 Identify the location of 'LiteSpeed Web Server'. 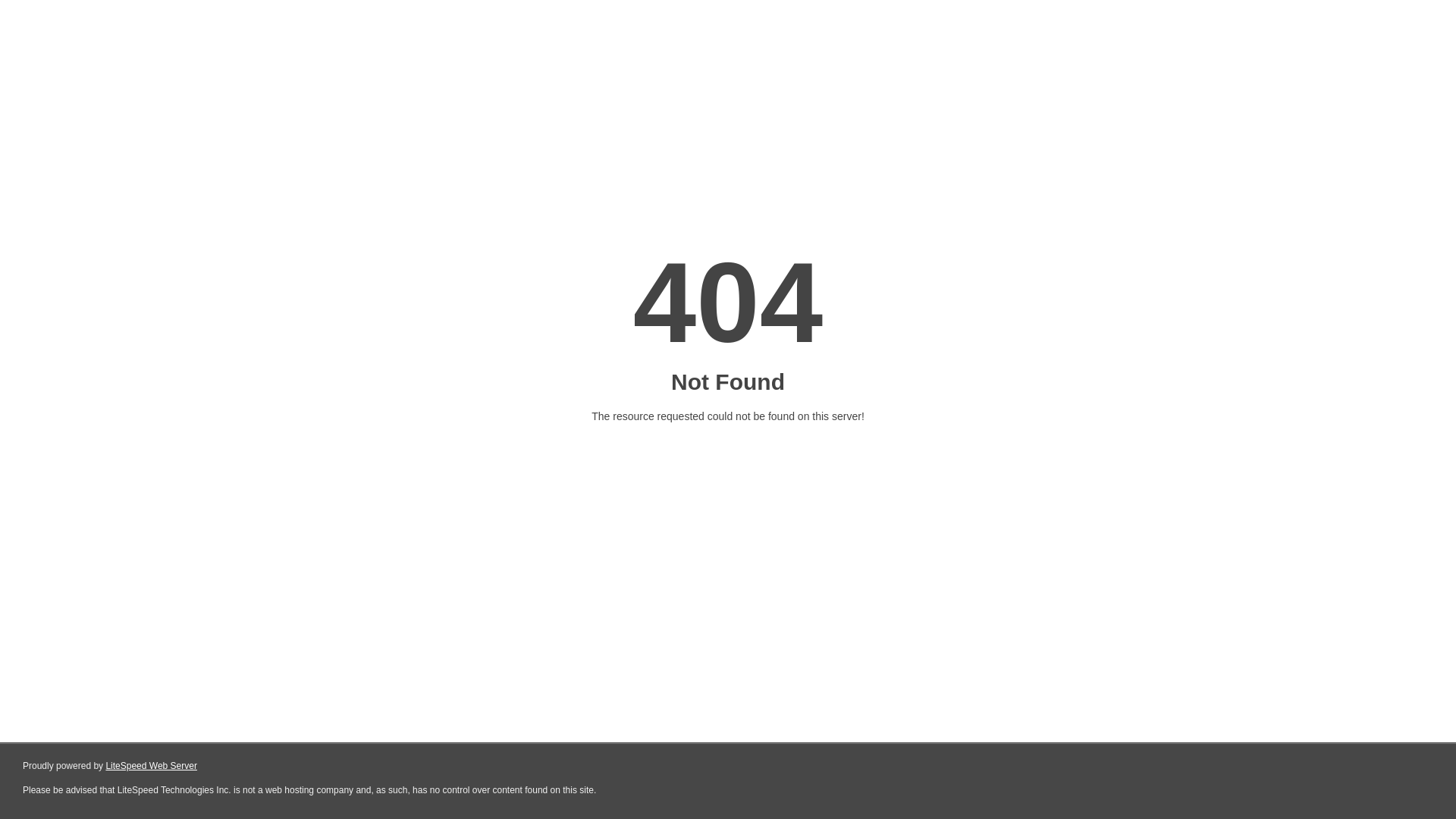
(151, 766).